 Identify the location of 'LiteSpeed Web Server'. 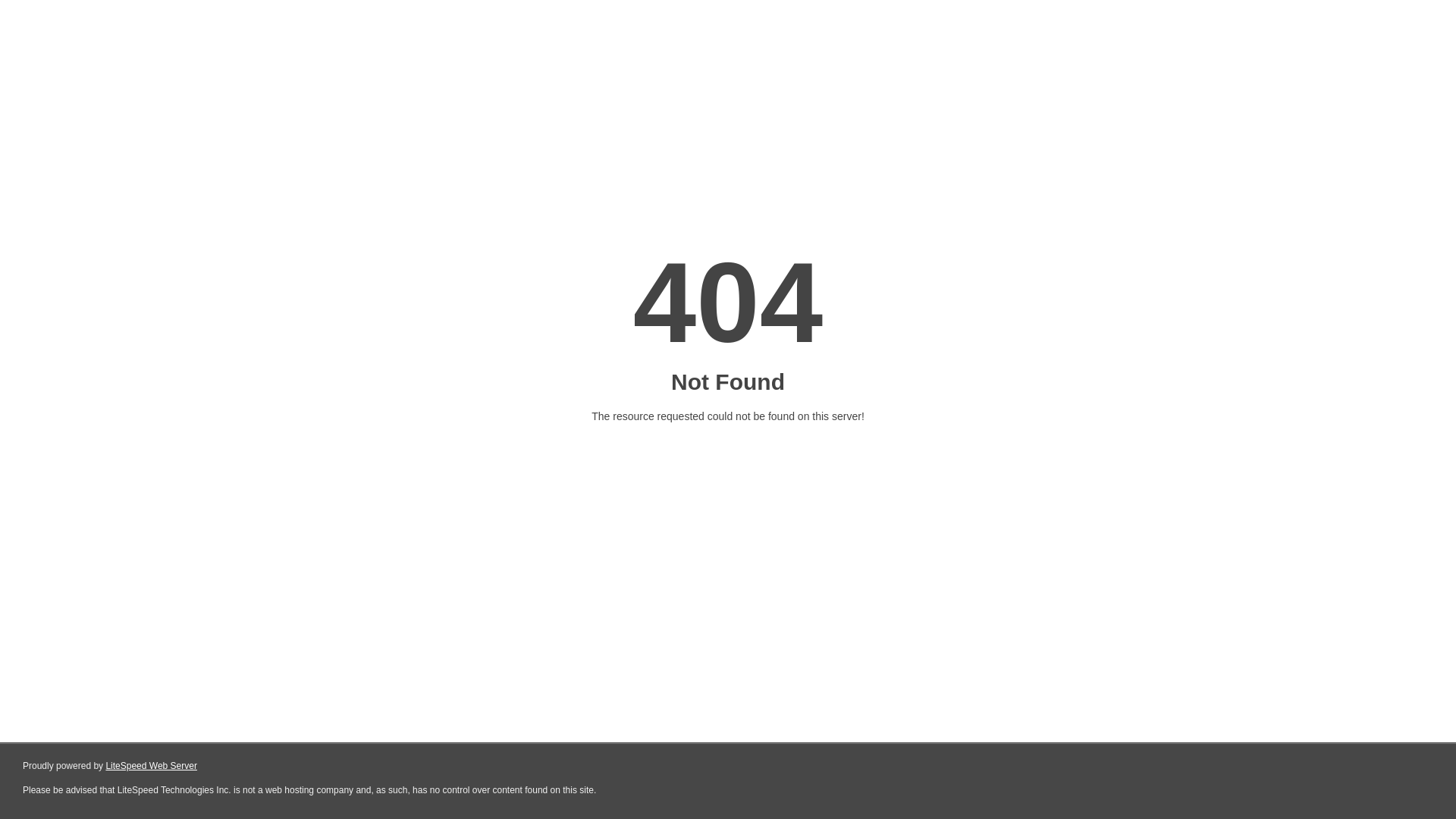
(151, 766).